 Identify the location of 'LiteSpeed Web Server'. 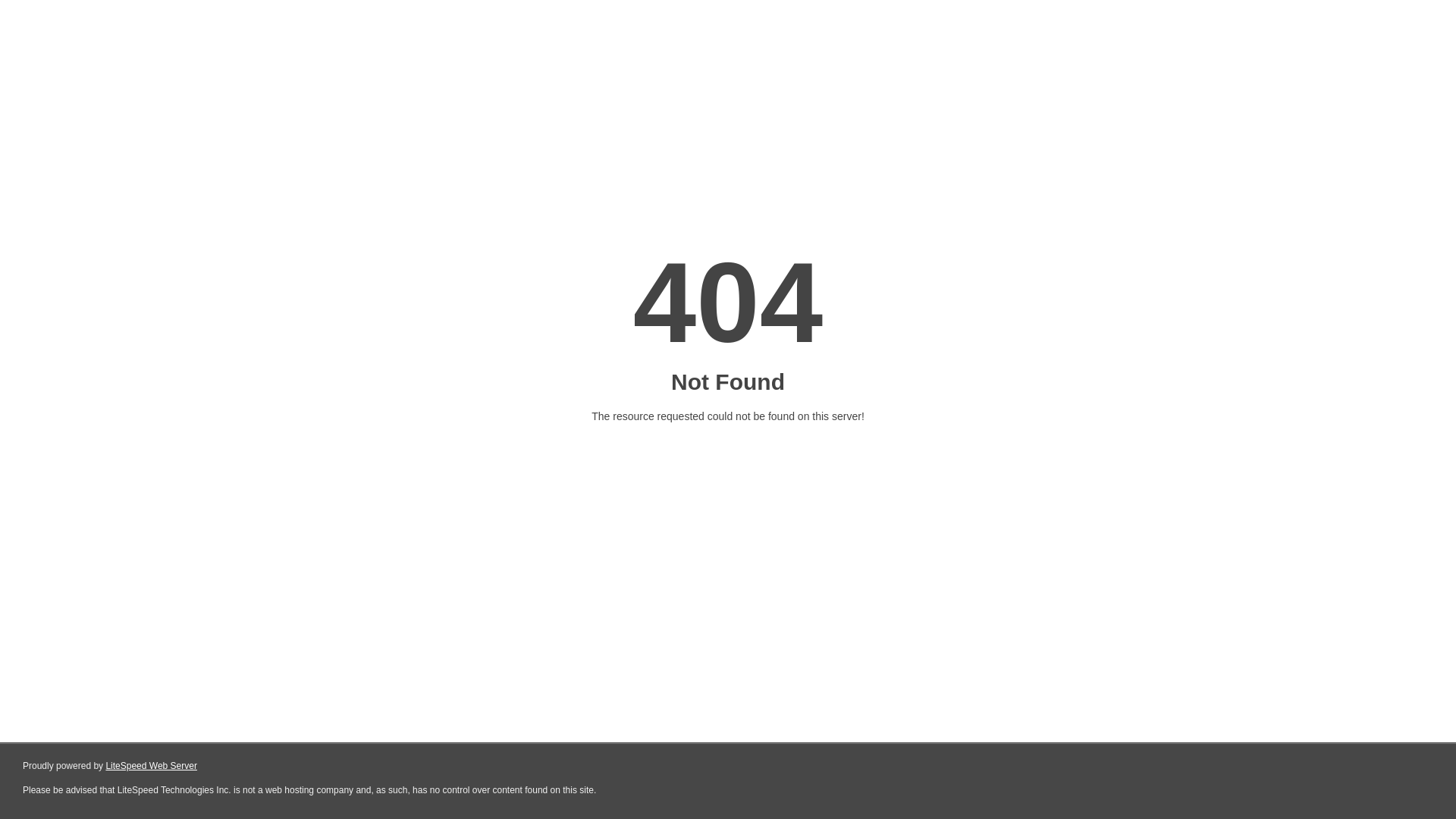
(151, 766).